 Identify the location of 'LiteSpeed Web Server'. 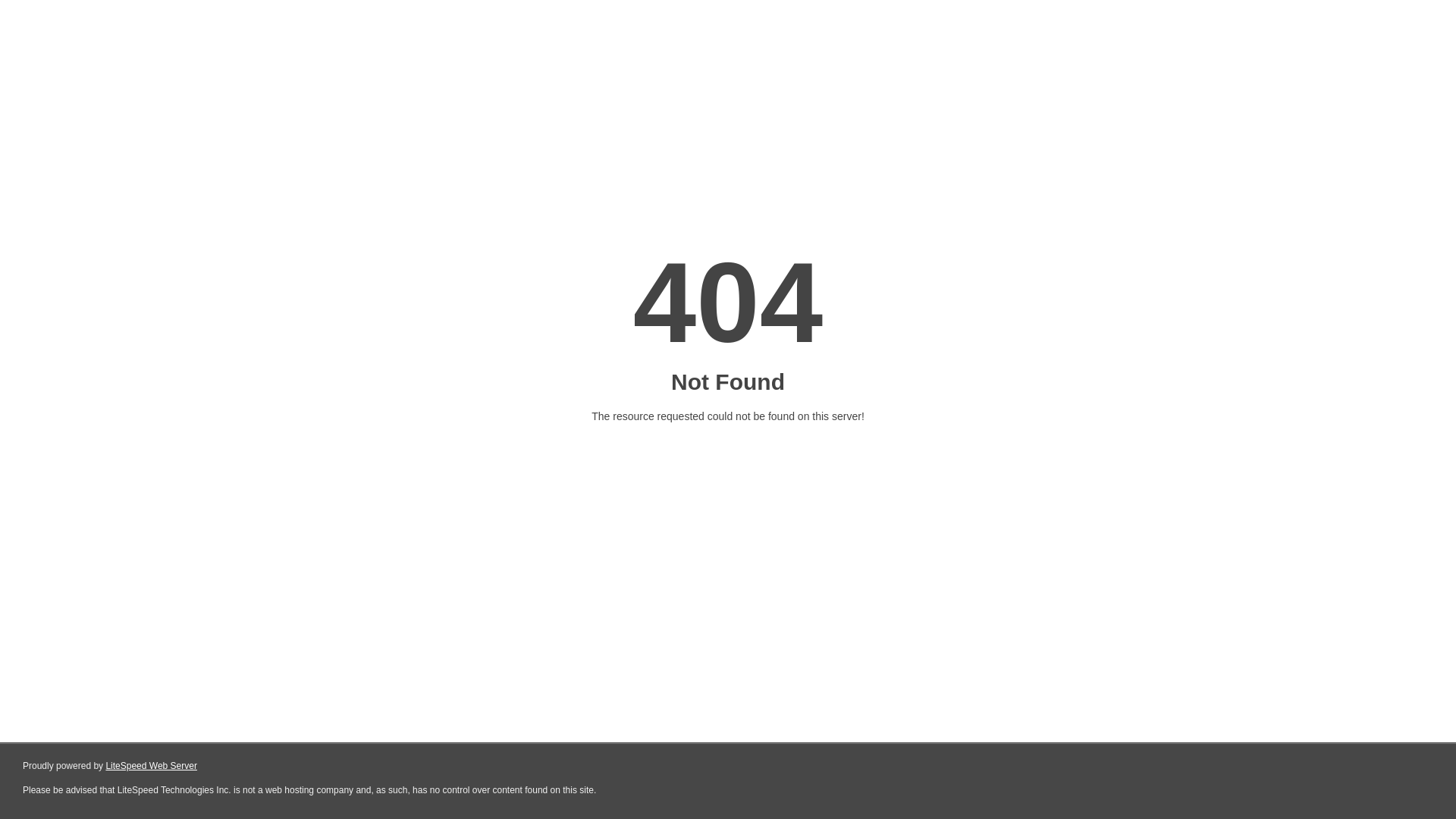
(151, 766).